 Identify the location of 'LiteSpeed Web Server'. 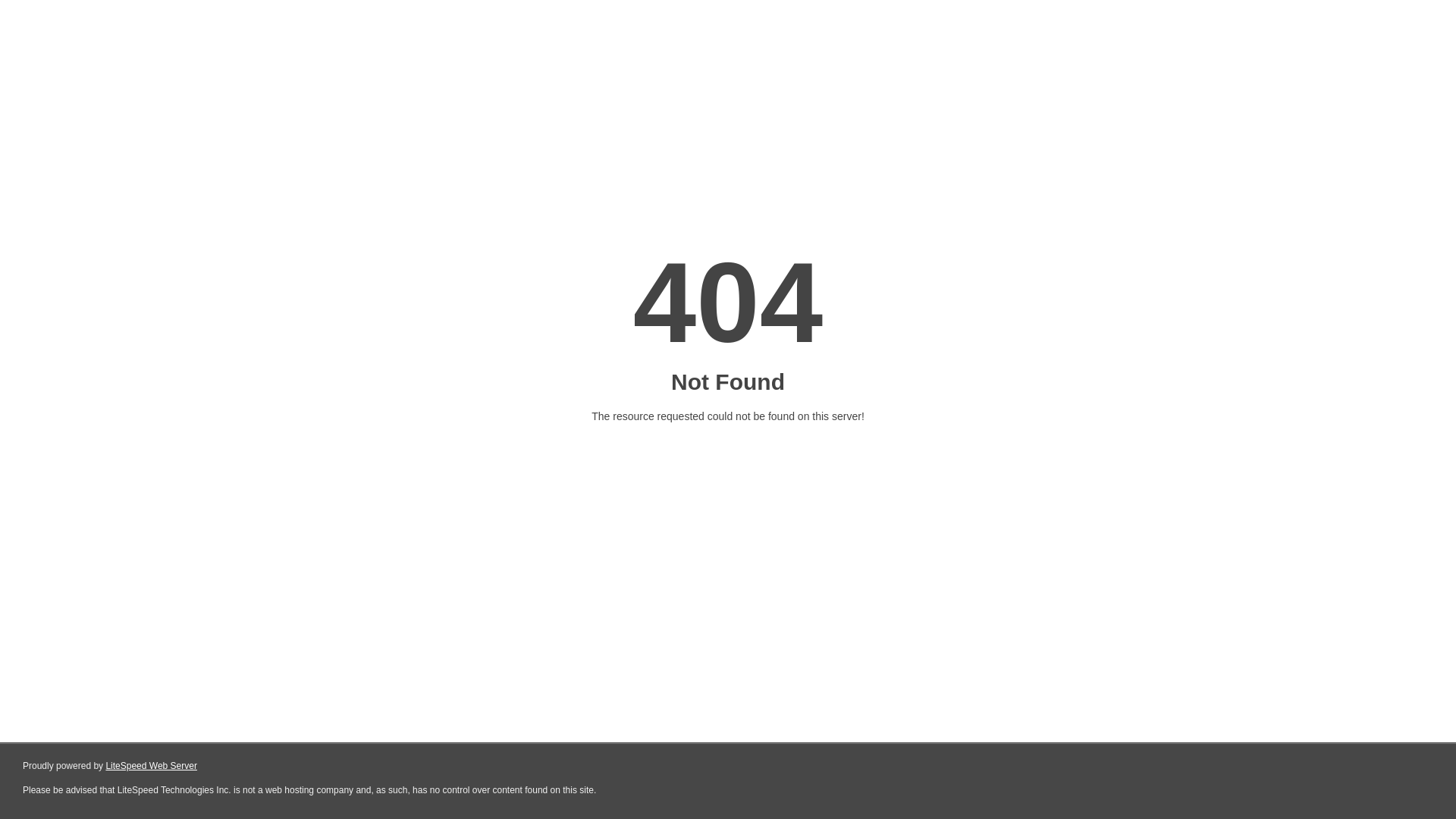
(151, 766).